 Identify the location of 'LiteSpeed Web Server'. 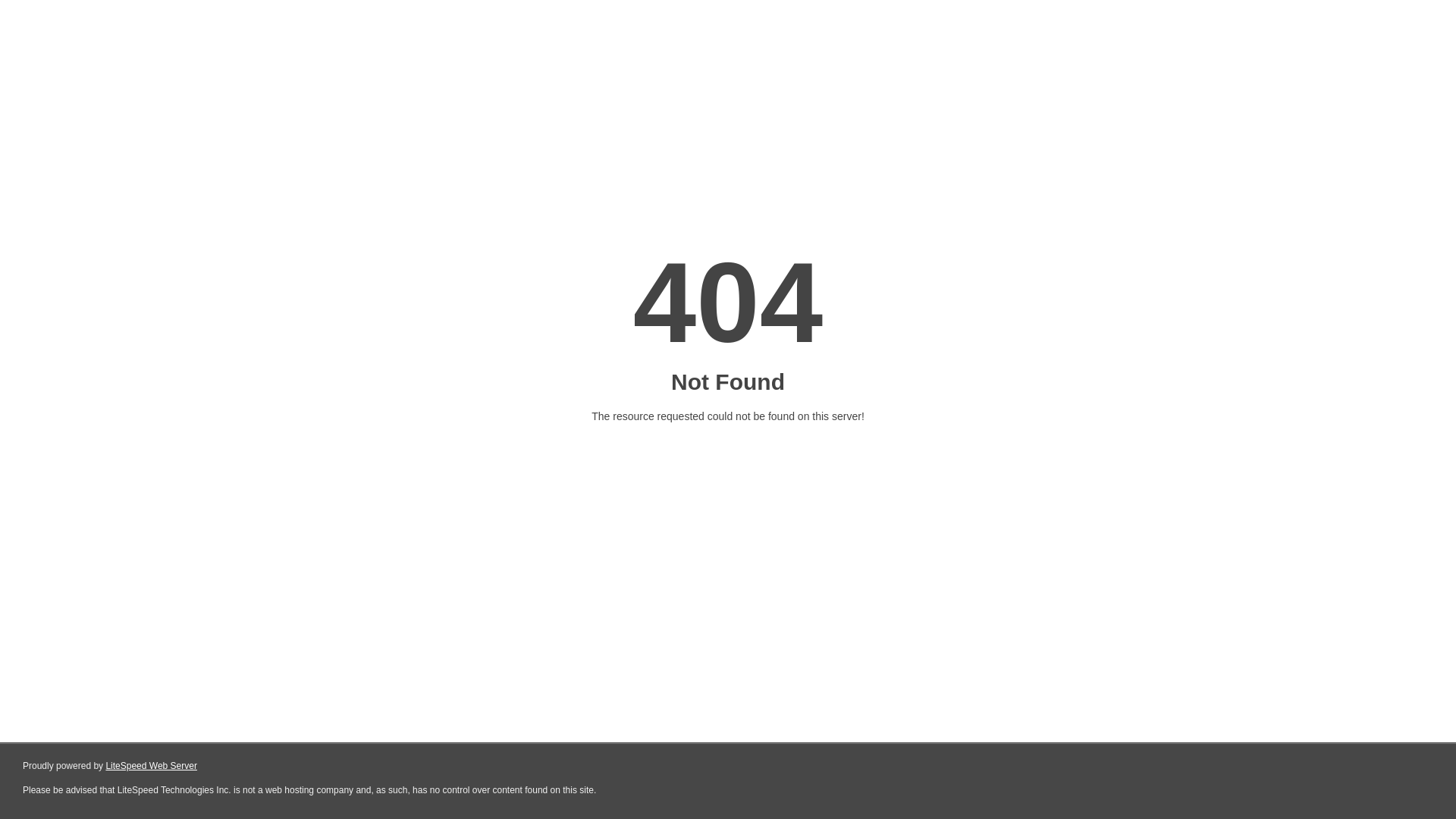
(151, 766).